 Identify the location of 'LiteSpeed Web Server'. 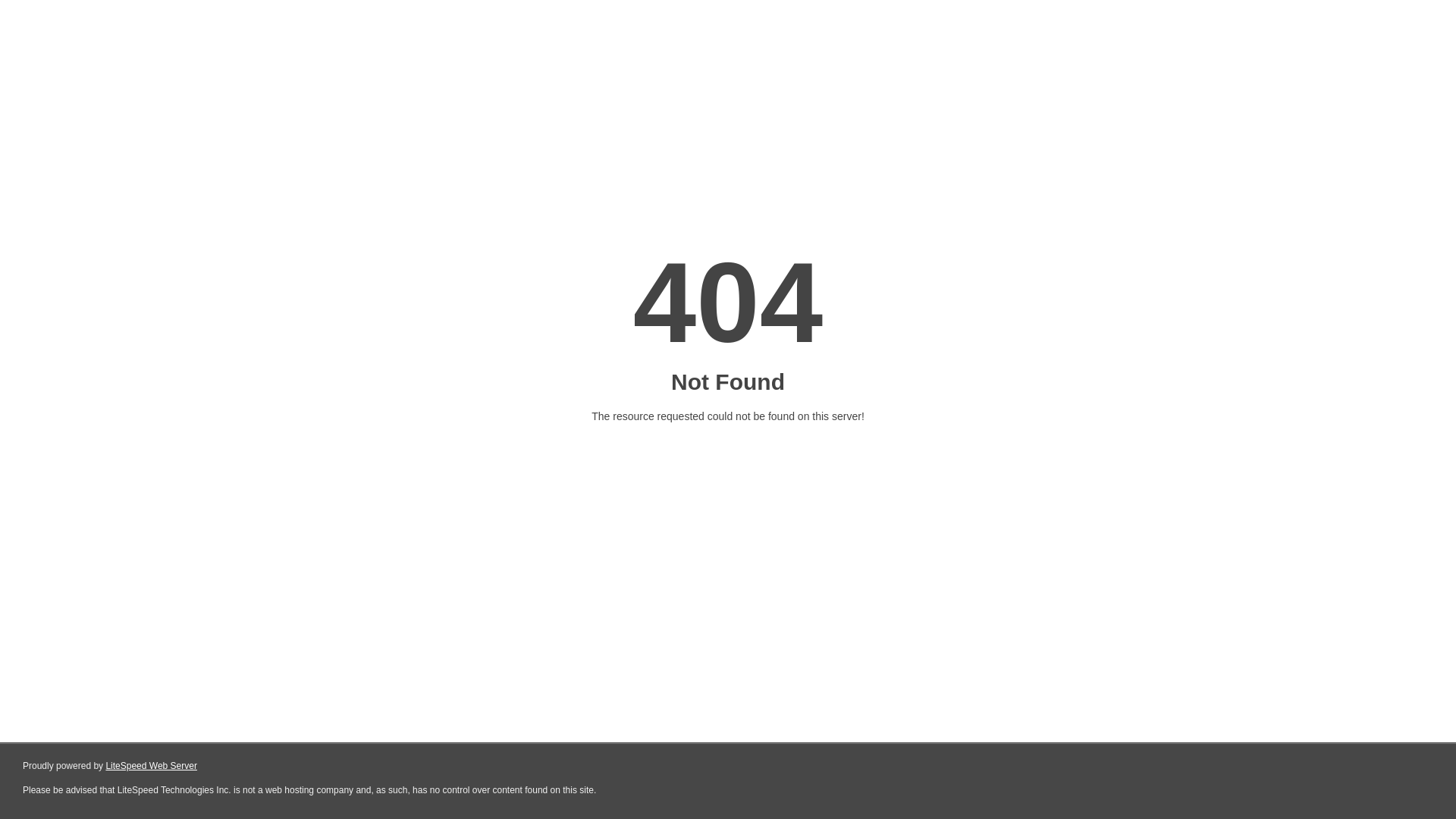
(151, 766).